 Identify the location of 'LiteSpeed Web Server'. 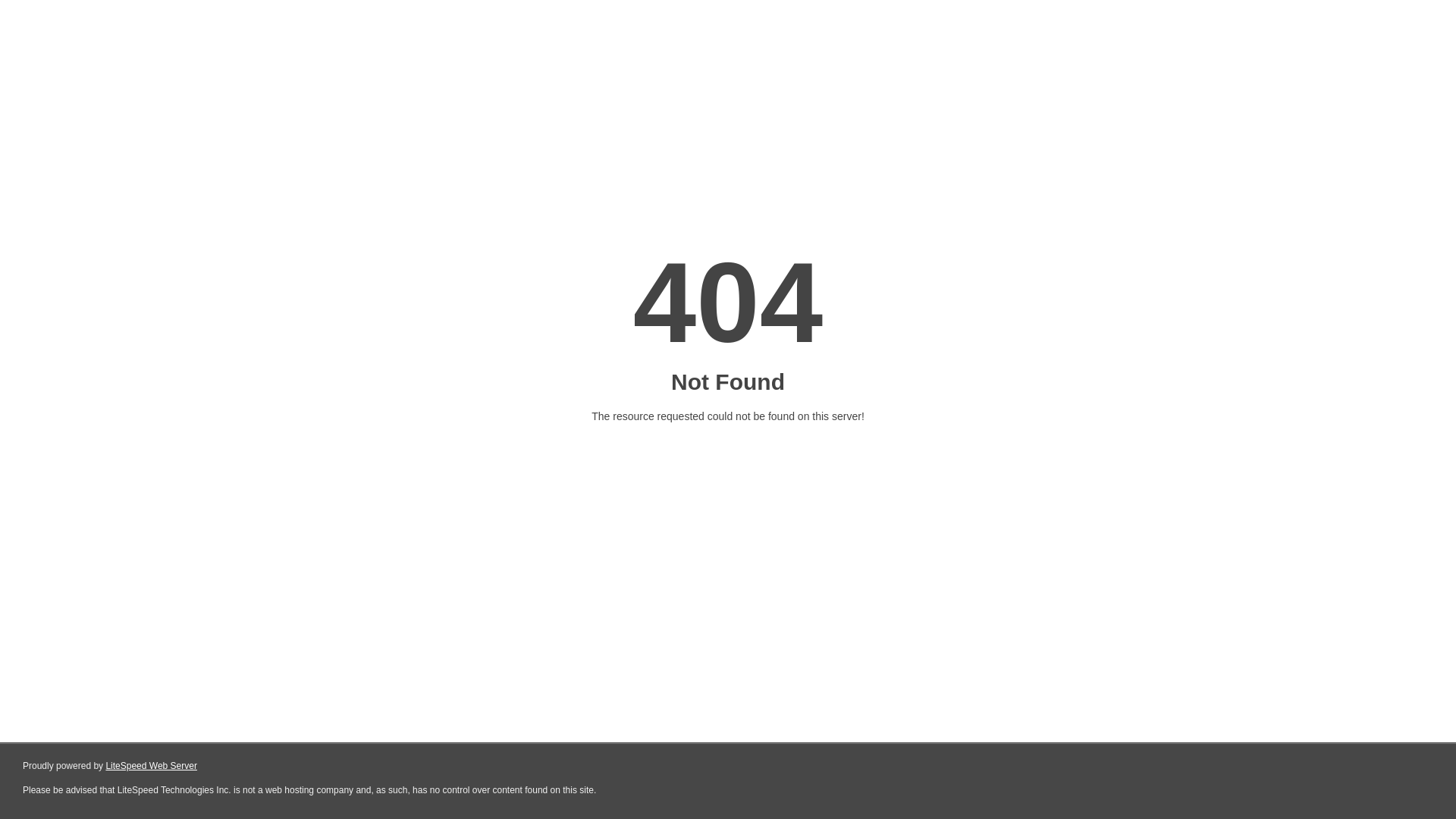
(151, 766).